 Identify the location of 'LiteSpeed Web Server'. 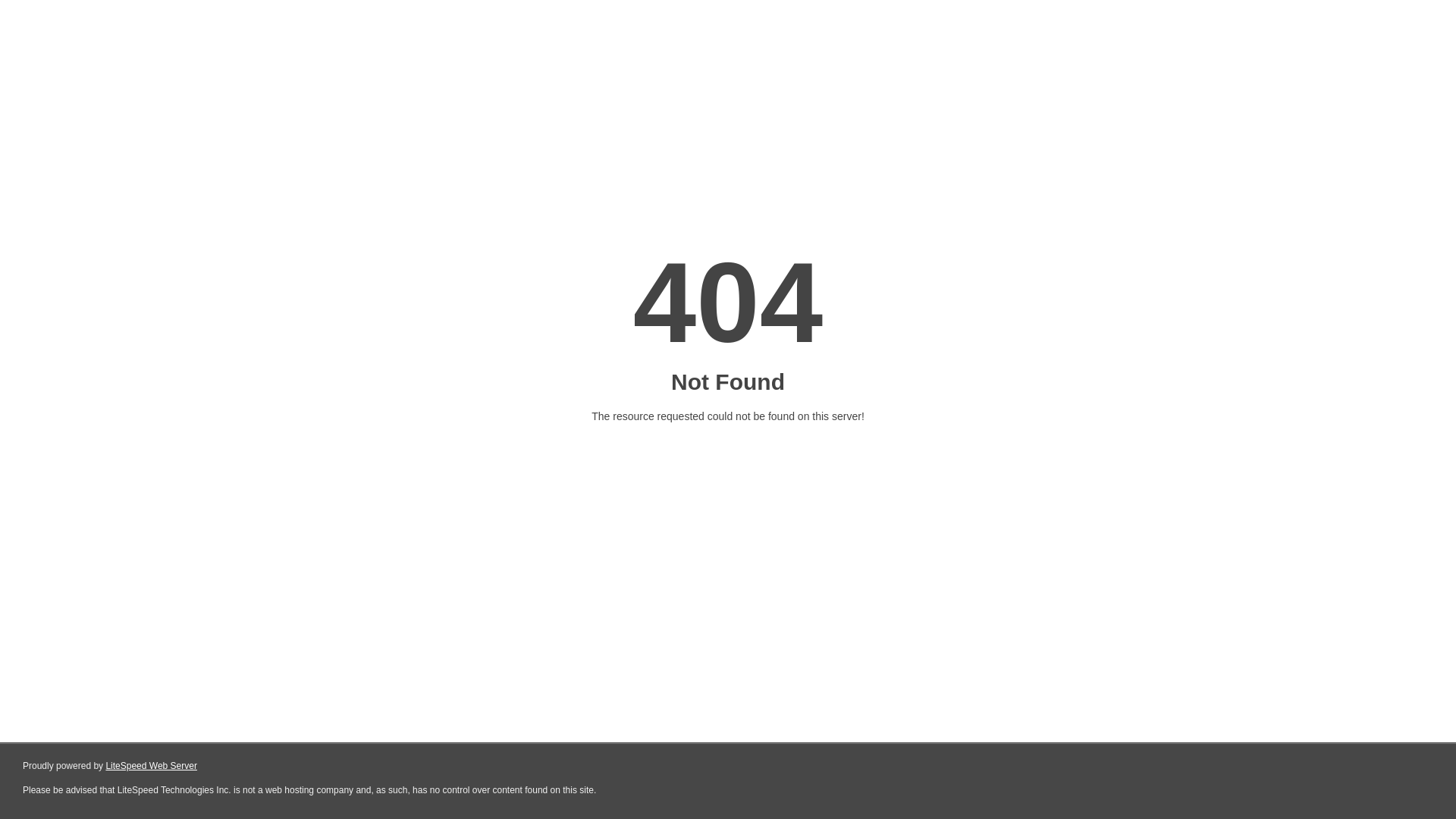
(151, 766).